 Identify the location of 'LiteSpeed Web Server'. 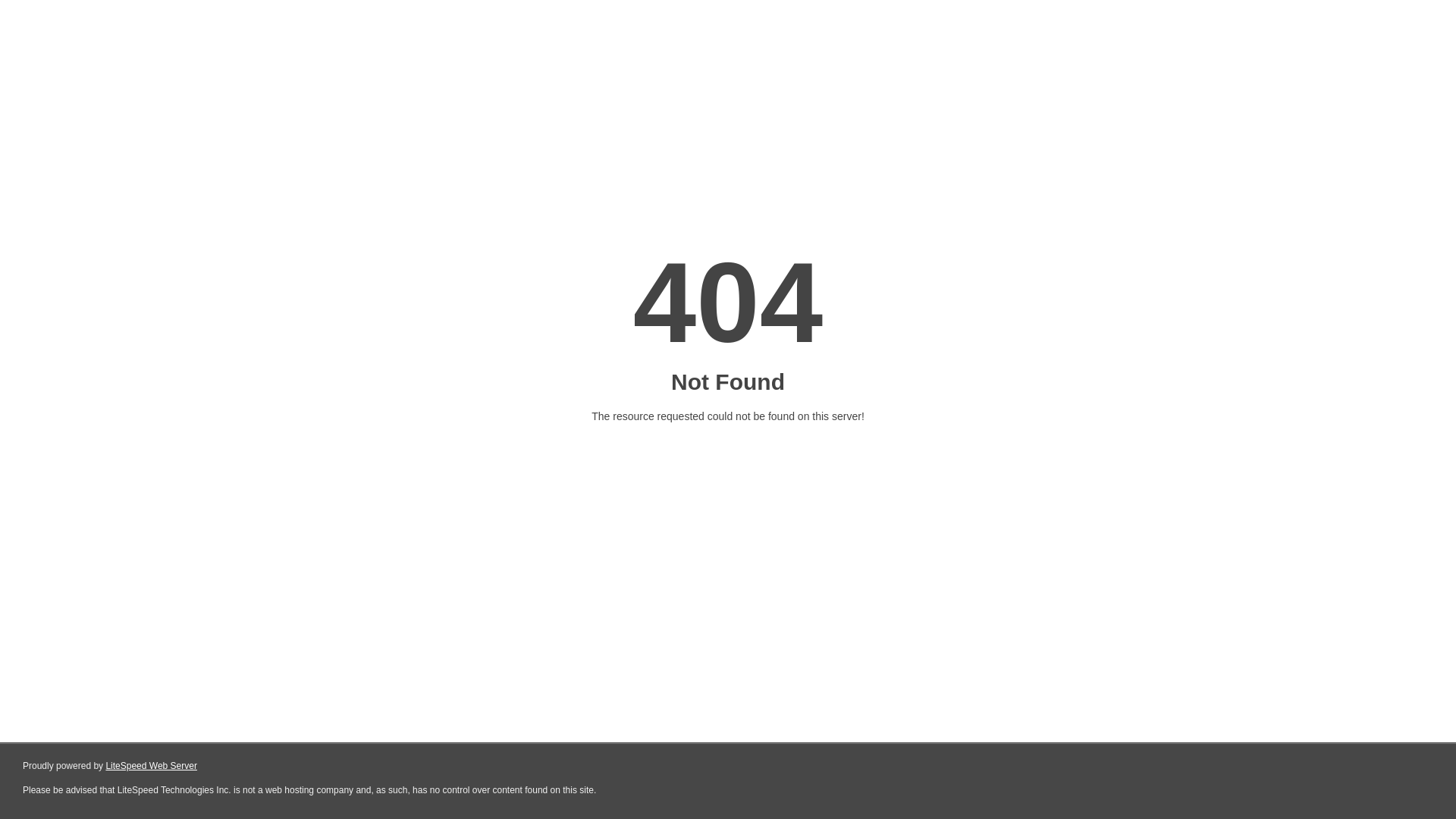
(151, 766).